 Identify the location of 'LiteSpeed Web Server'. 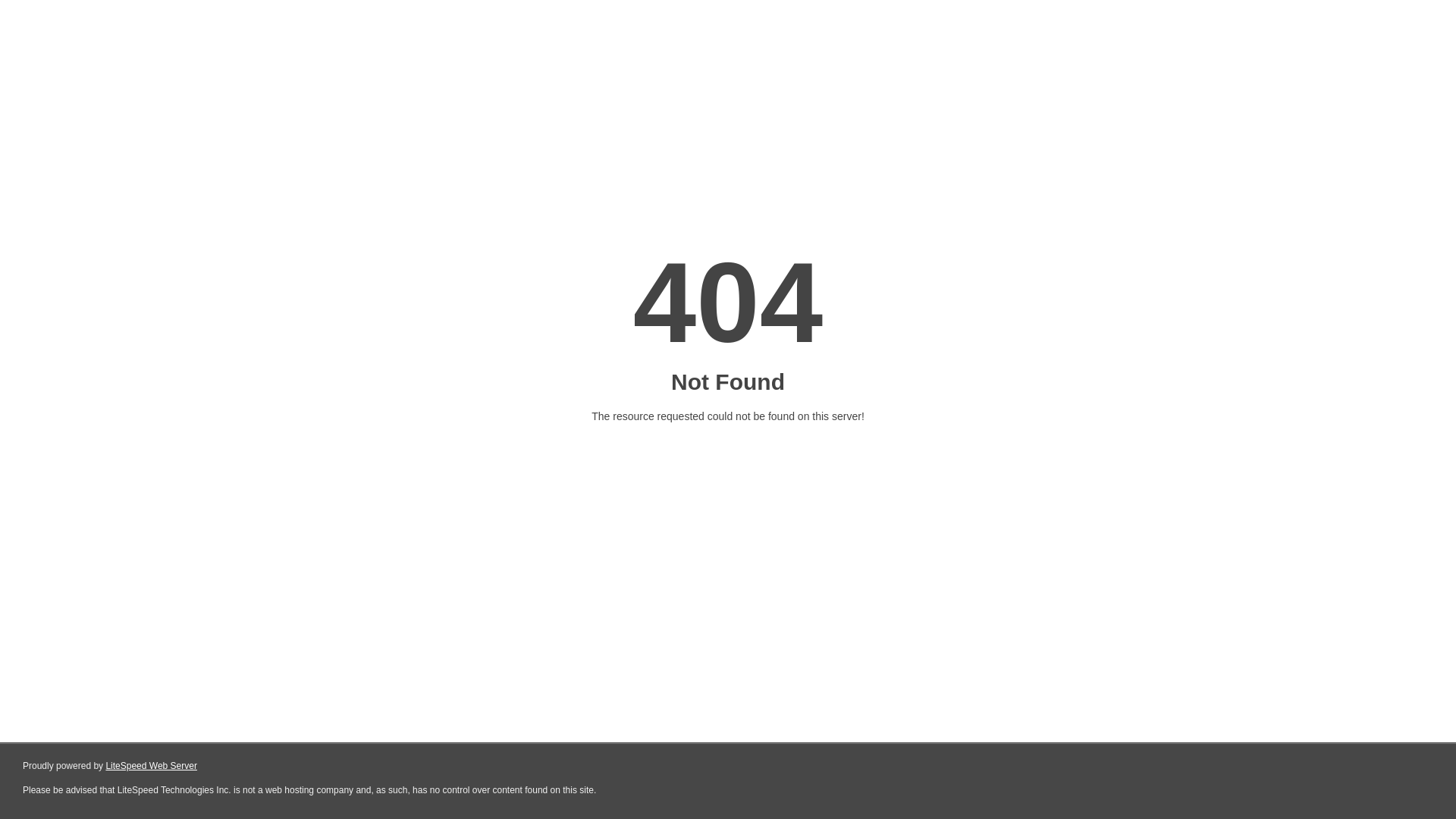
(151, 766).